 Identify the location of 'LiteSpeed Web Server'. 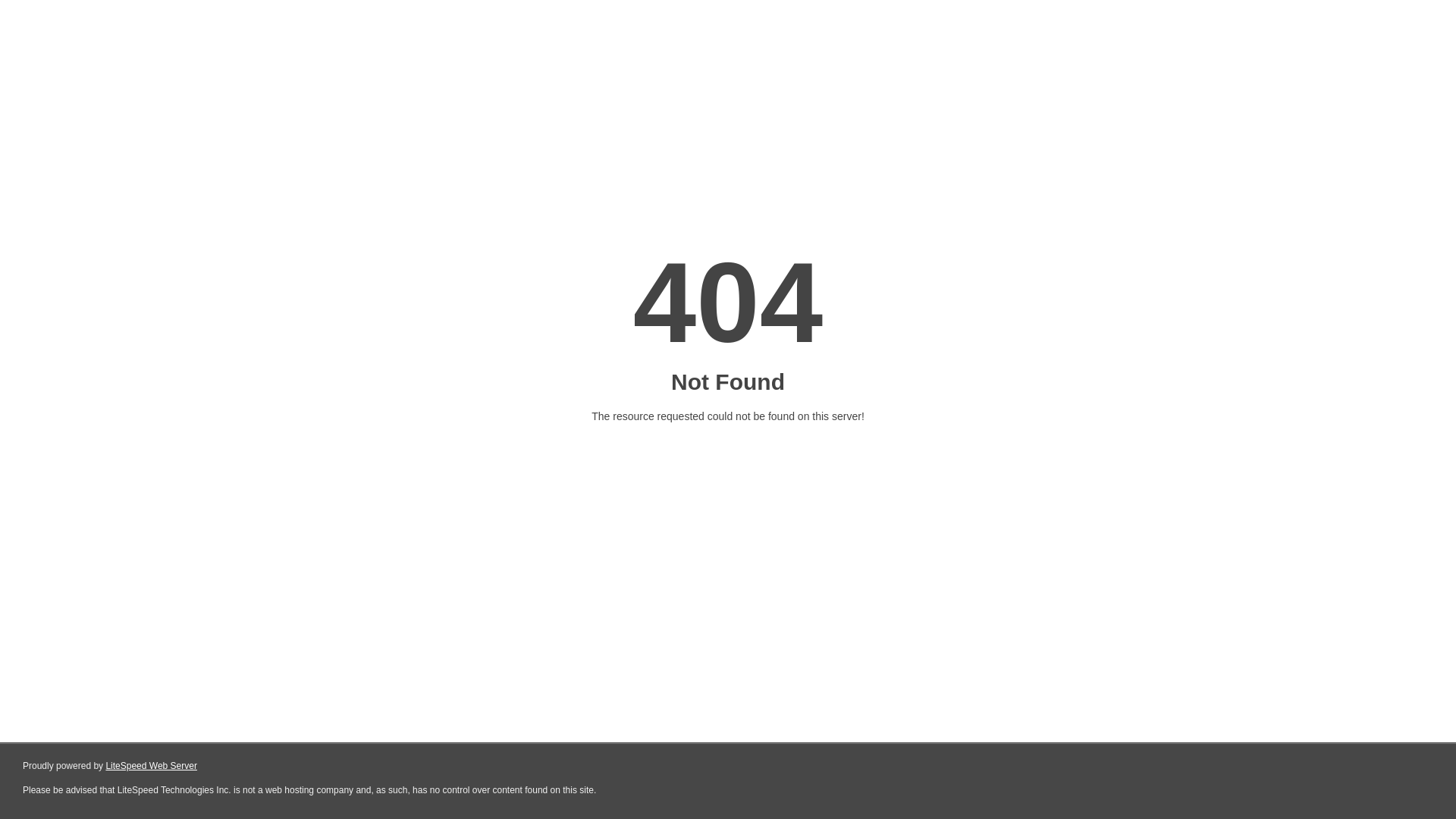
(151, 766).